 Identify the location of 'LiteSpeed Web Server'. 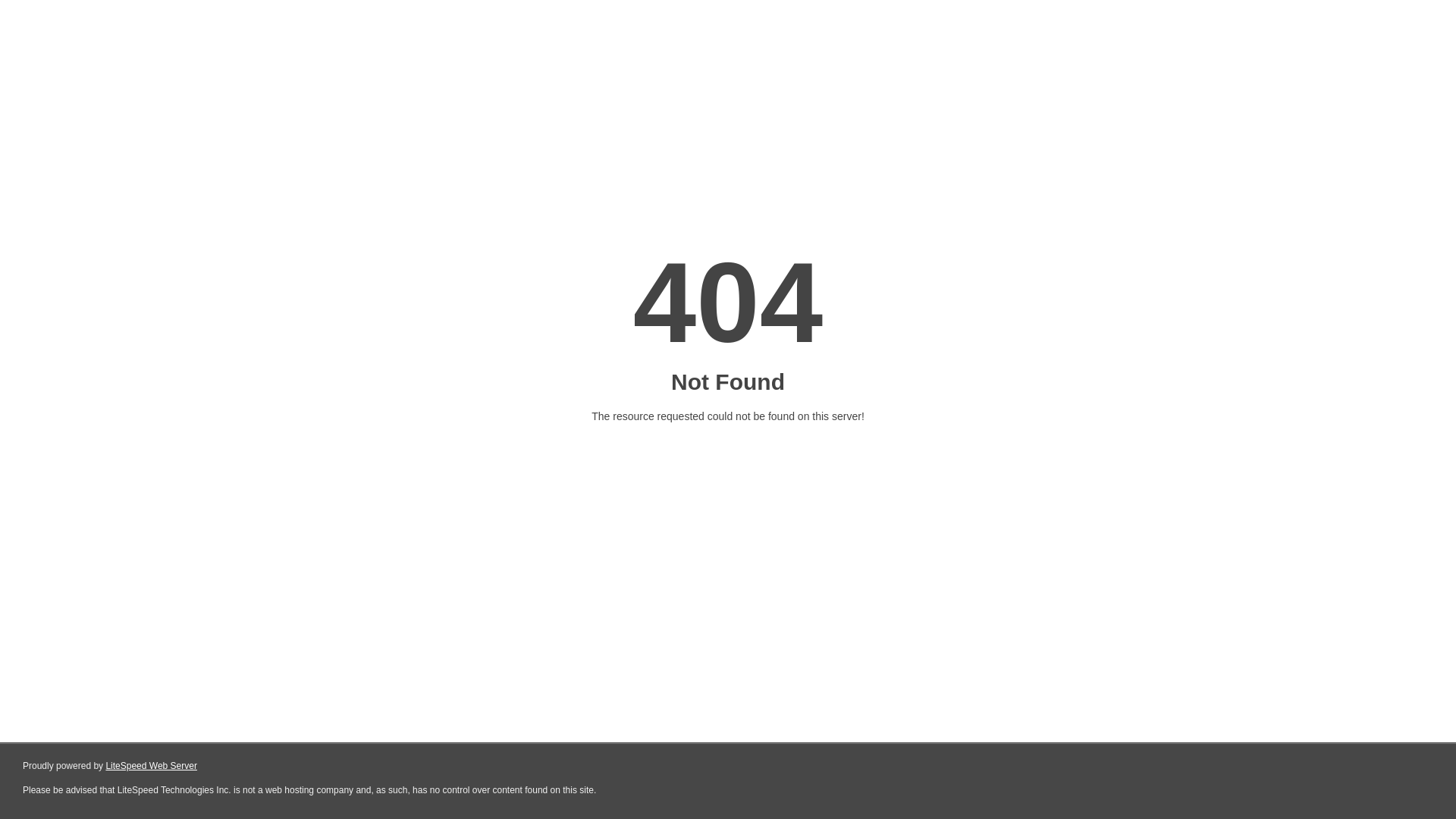
(151, 766).